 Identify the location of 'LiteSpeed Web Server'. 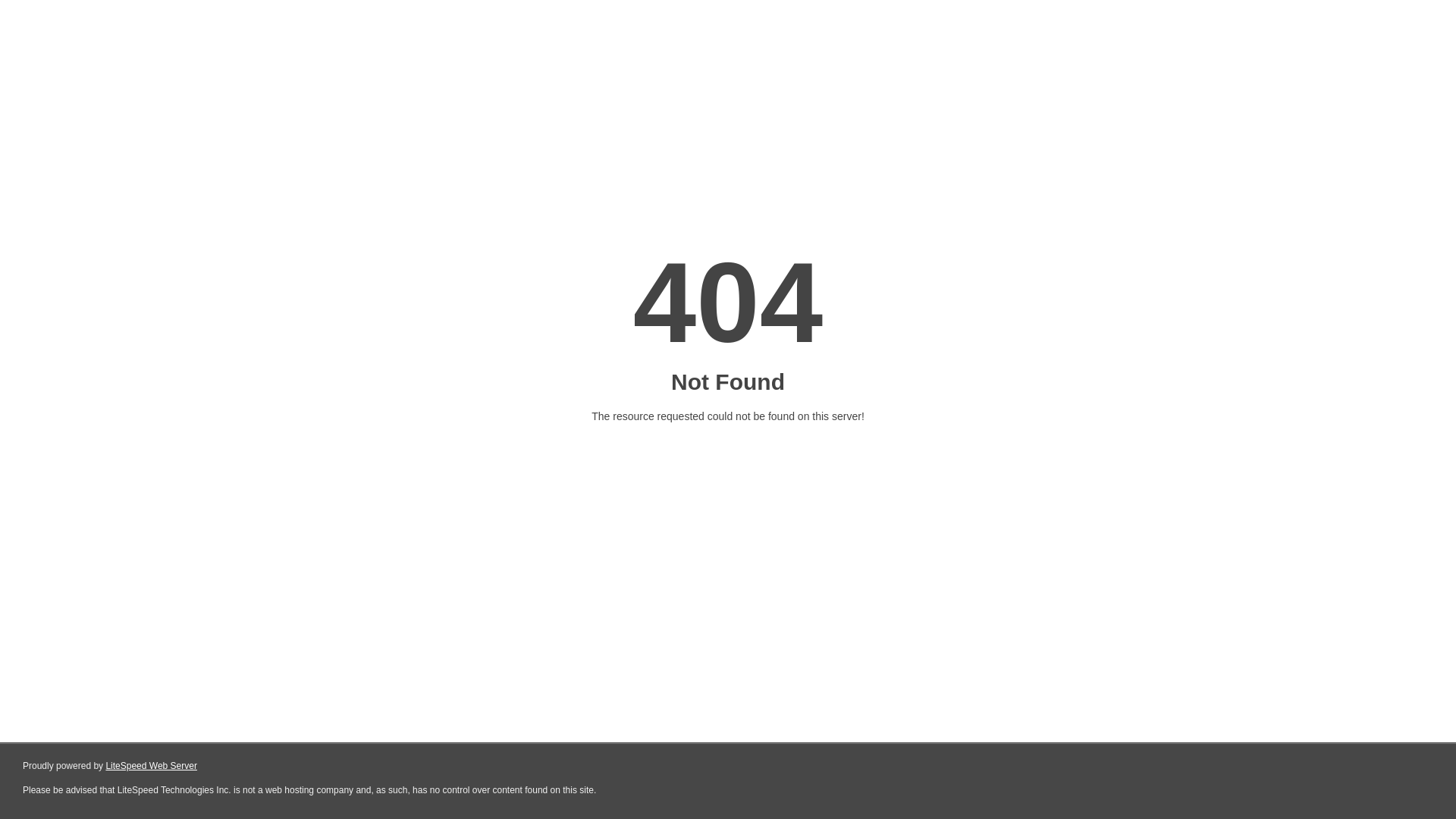
(151, 766).